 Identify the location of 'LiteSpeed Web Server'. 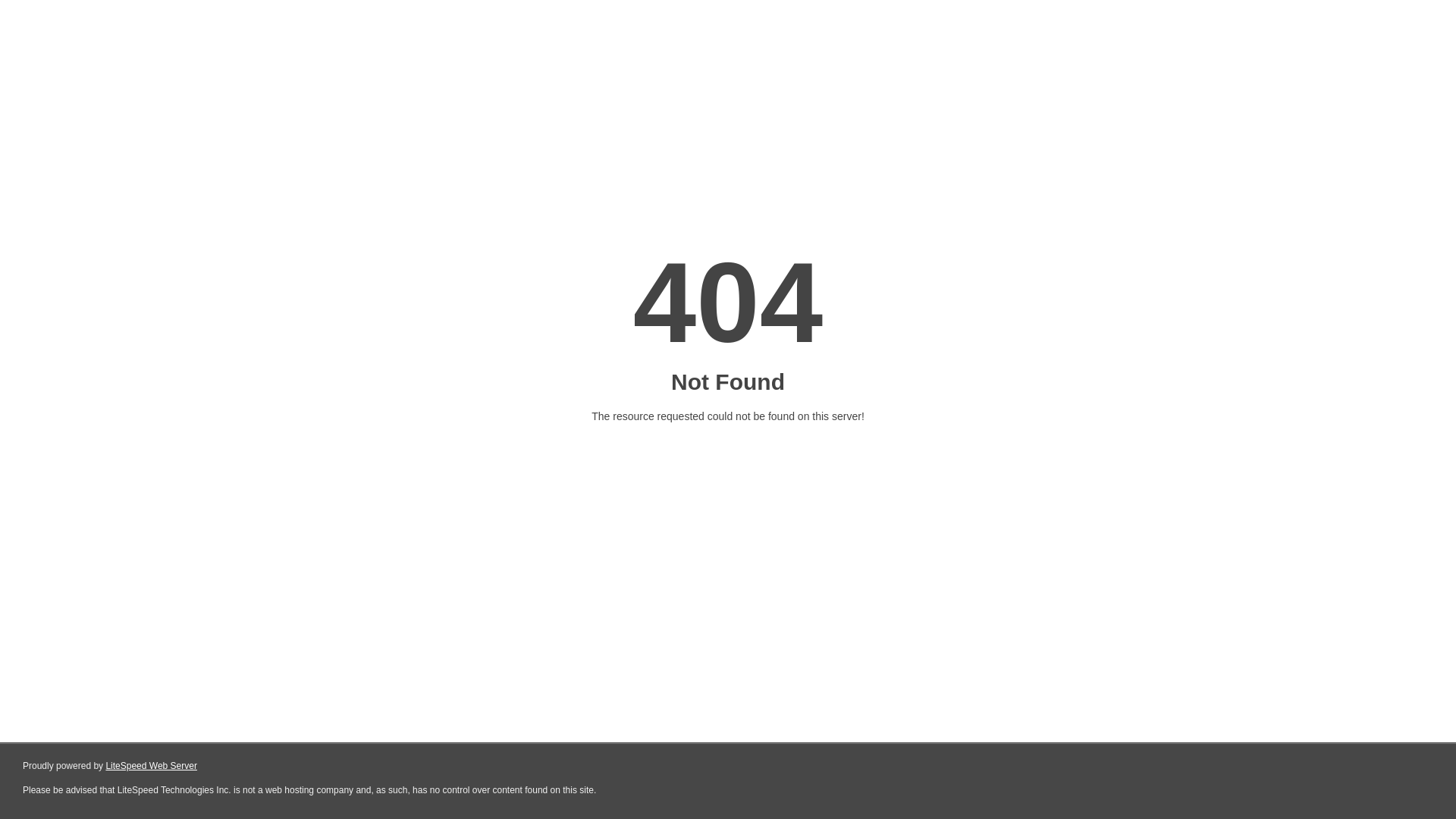
(151, 766).